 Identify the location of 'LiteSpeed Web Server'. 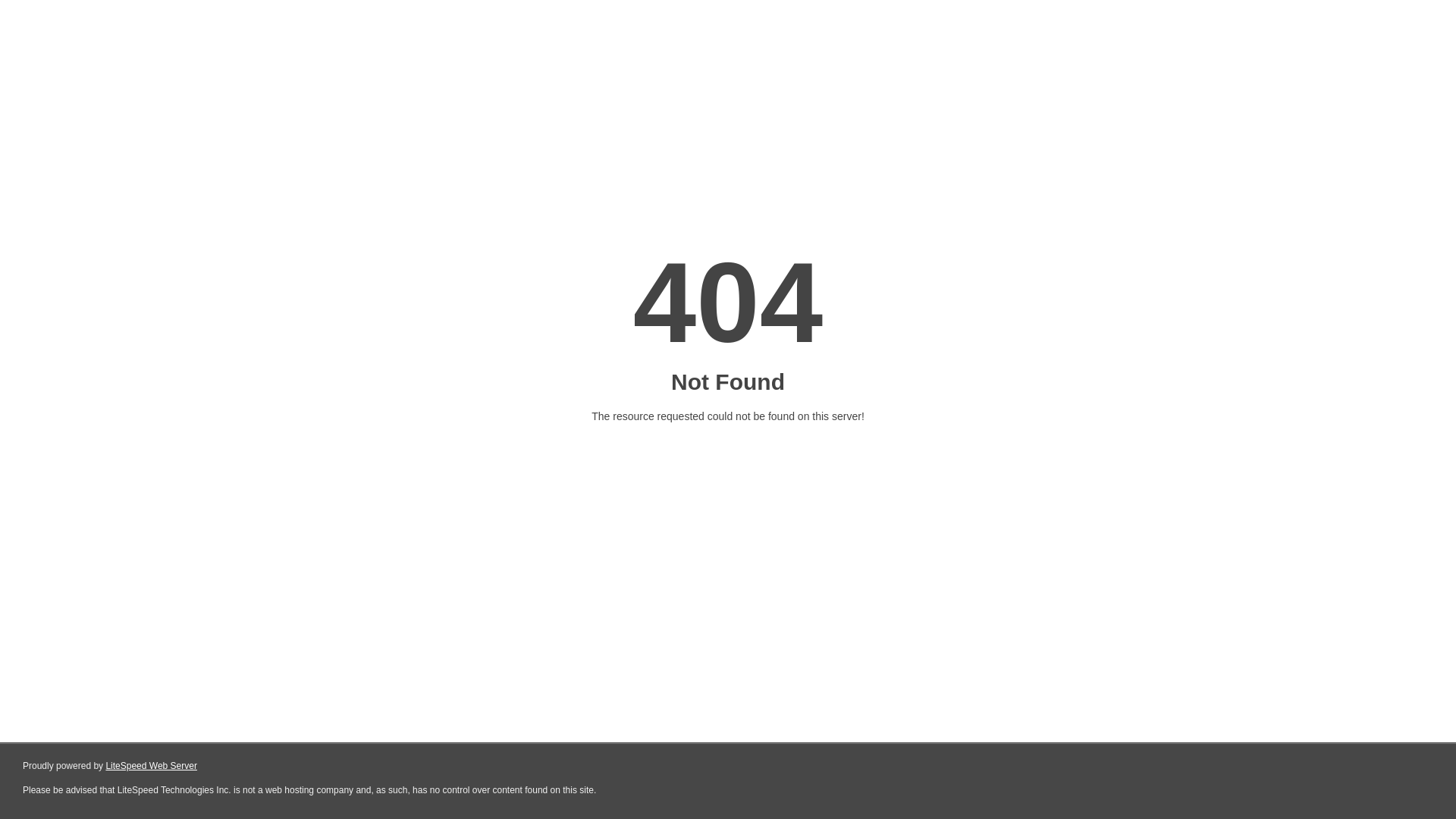
(151, 766).